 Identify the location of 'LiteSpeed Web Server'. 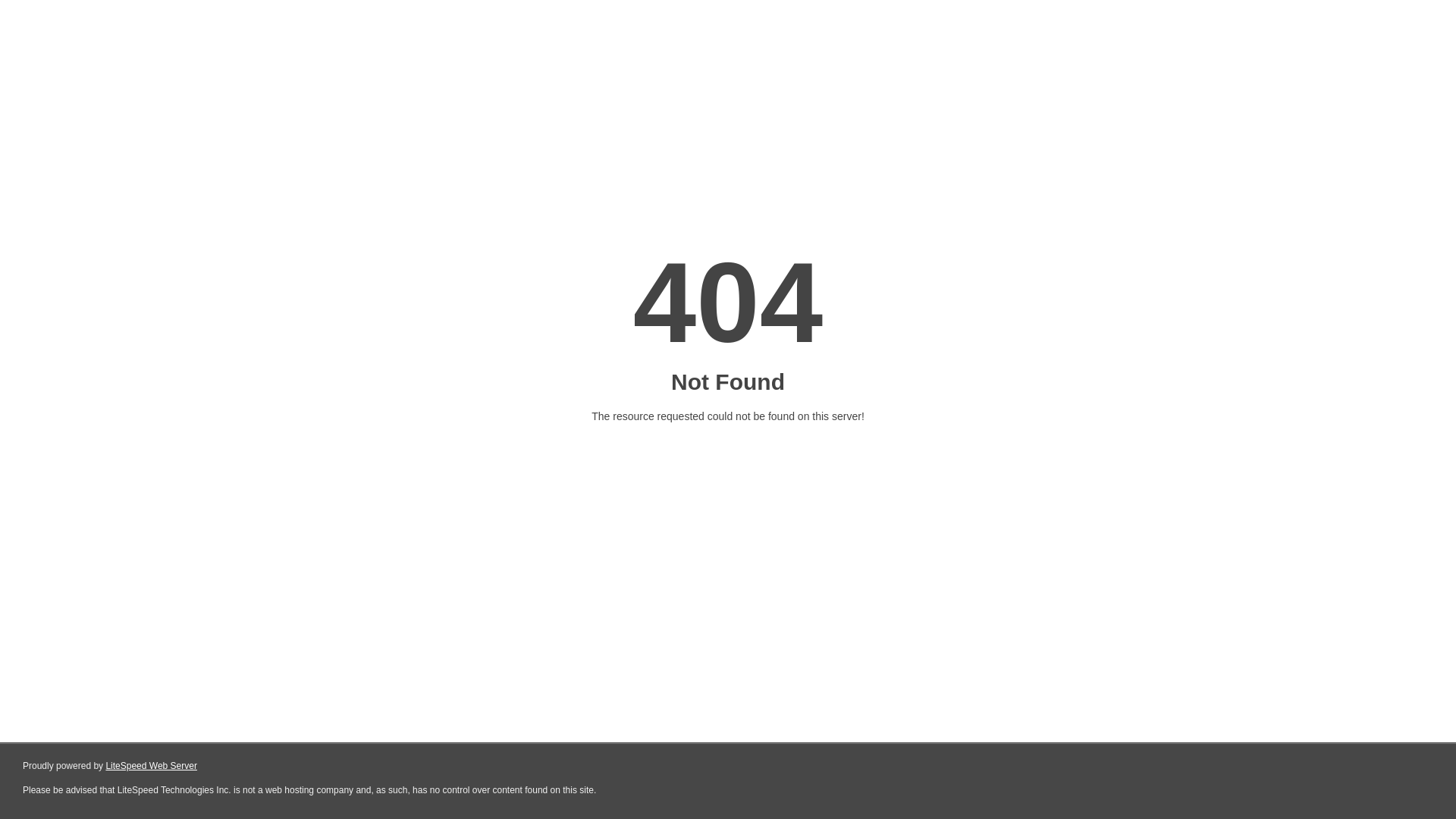
(151, 766).